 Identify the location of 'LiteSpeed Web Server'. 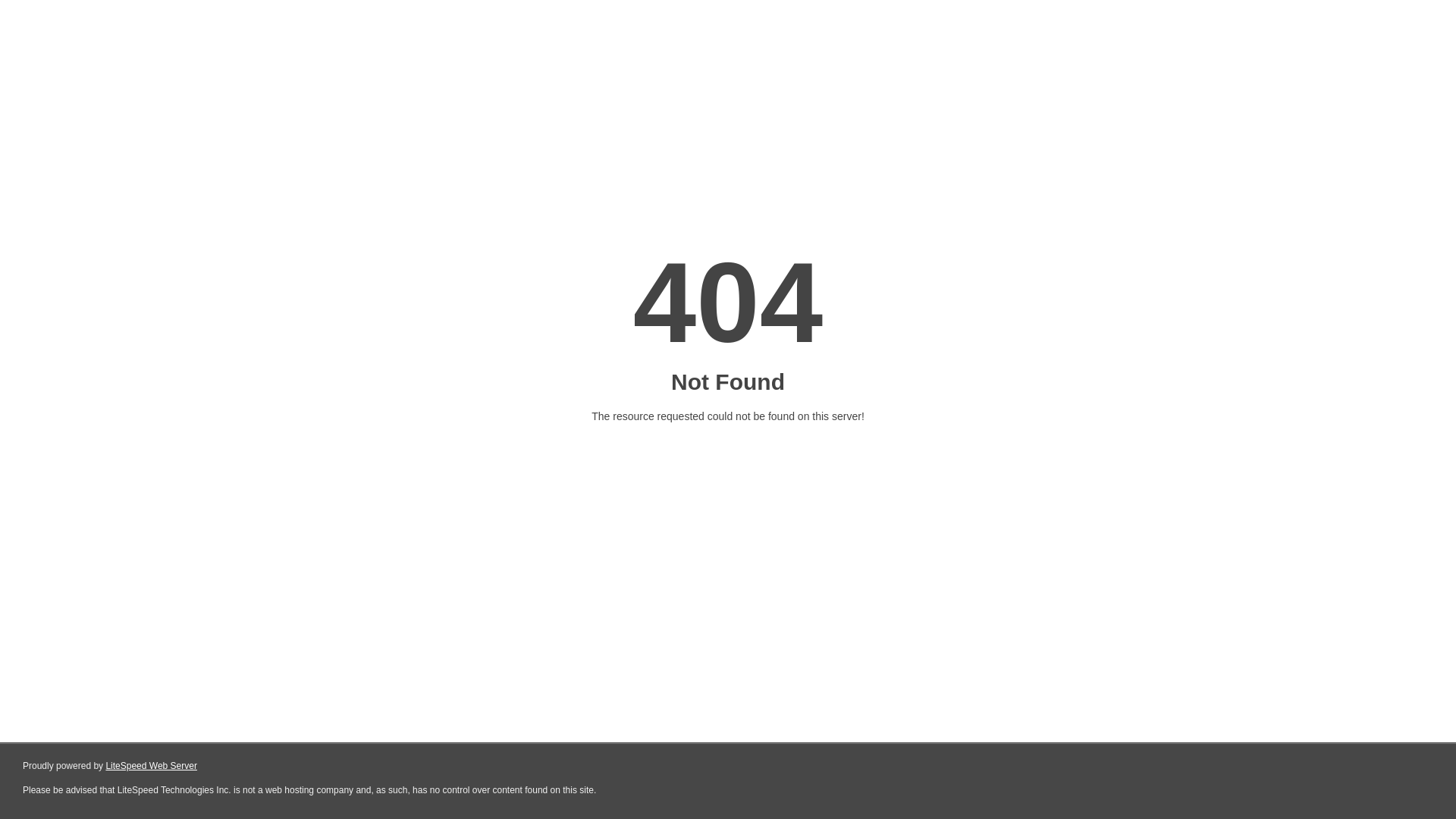
(151, 766).